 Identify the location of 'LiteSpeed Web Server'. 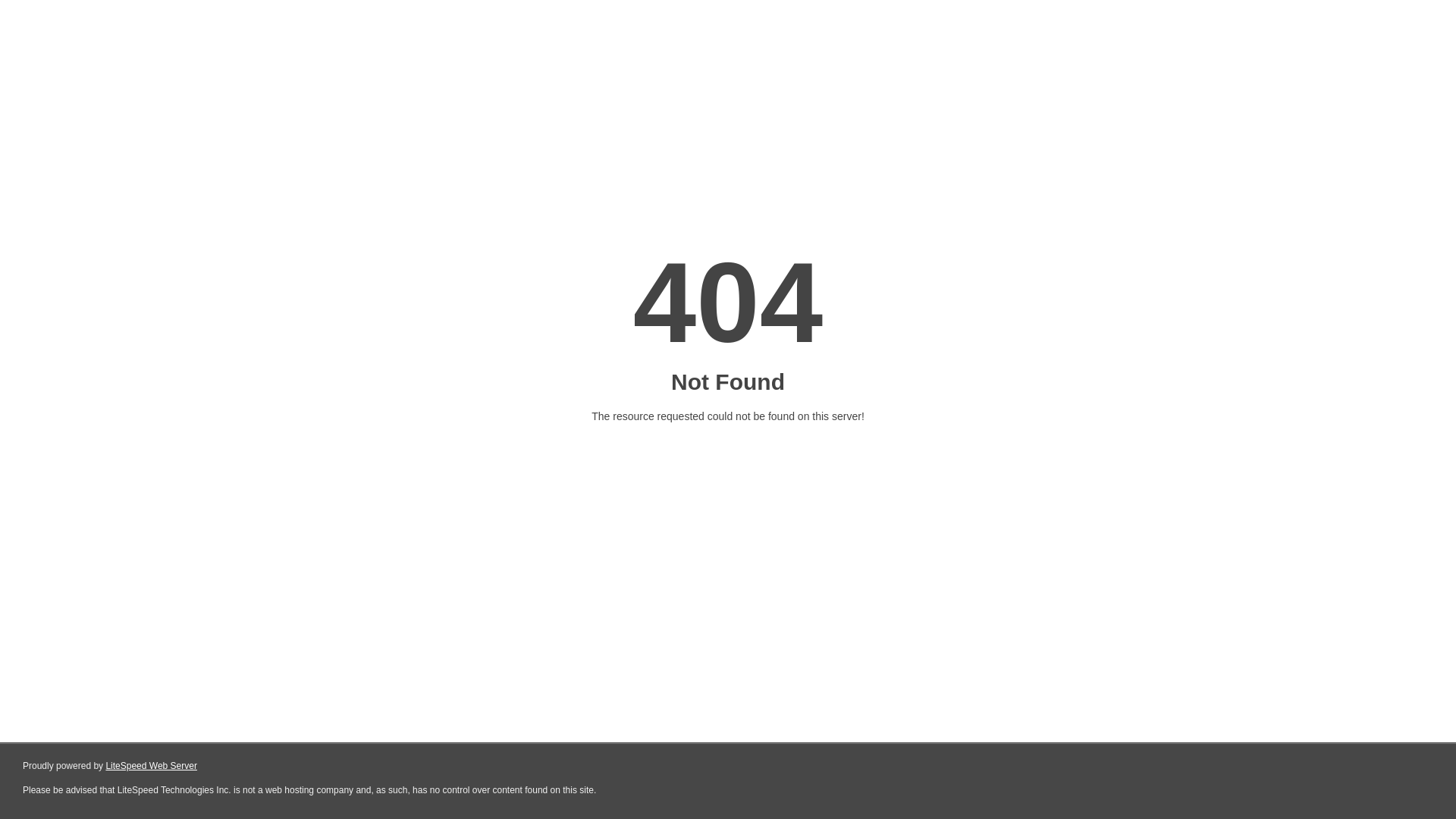
(151, 766).